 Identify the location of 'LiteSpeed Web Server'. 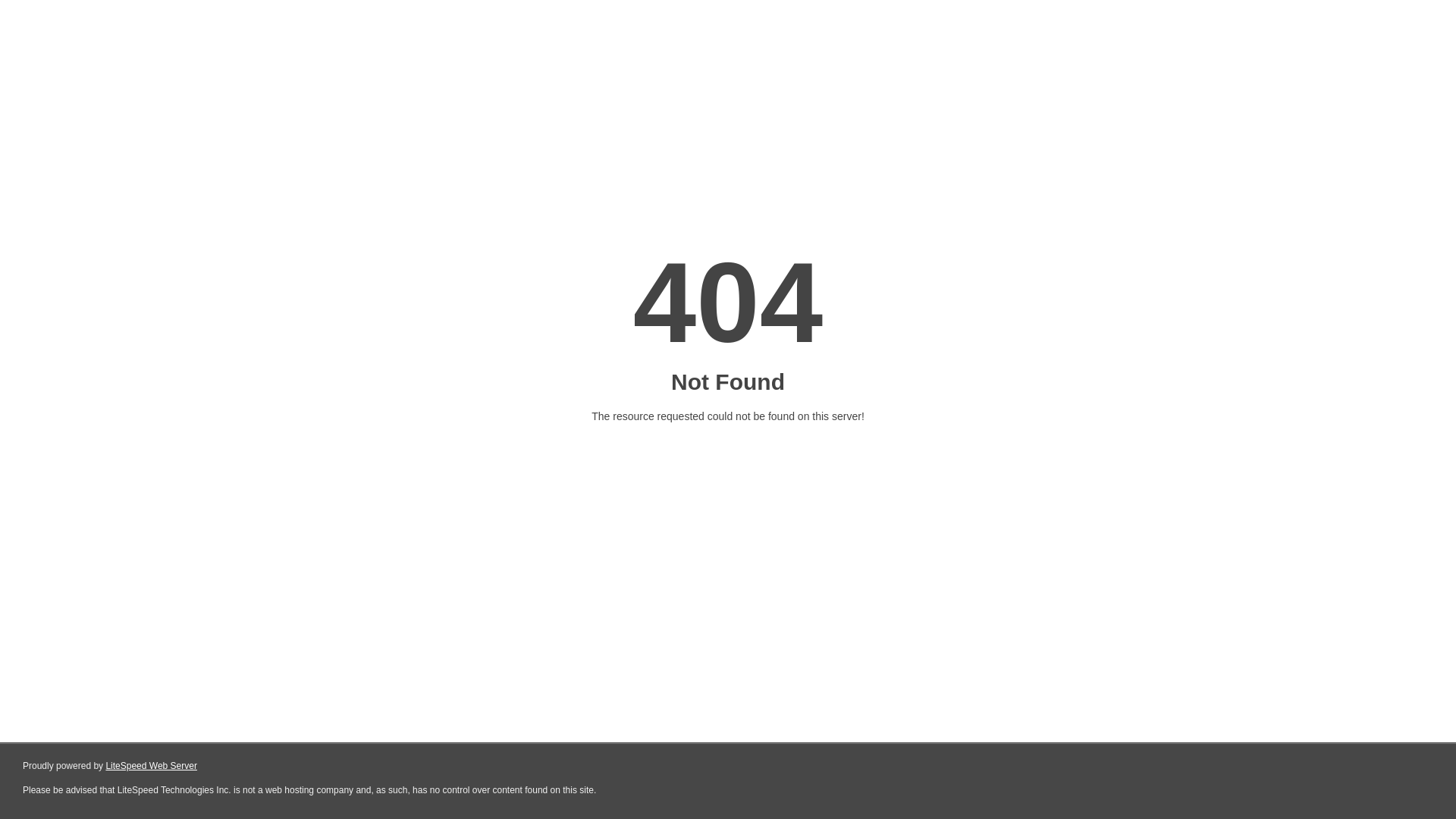
(151, 766).